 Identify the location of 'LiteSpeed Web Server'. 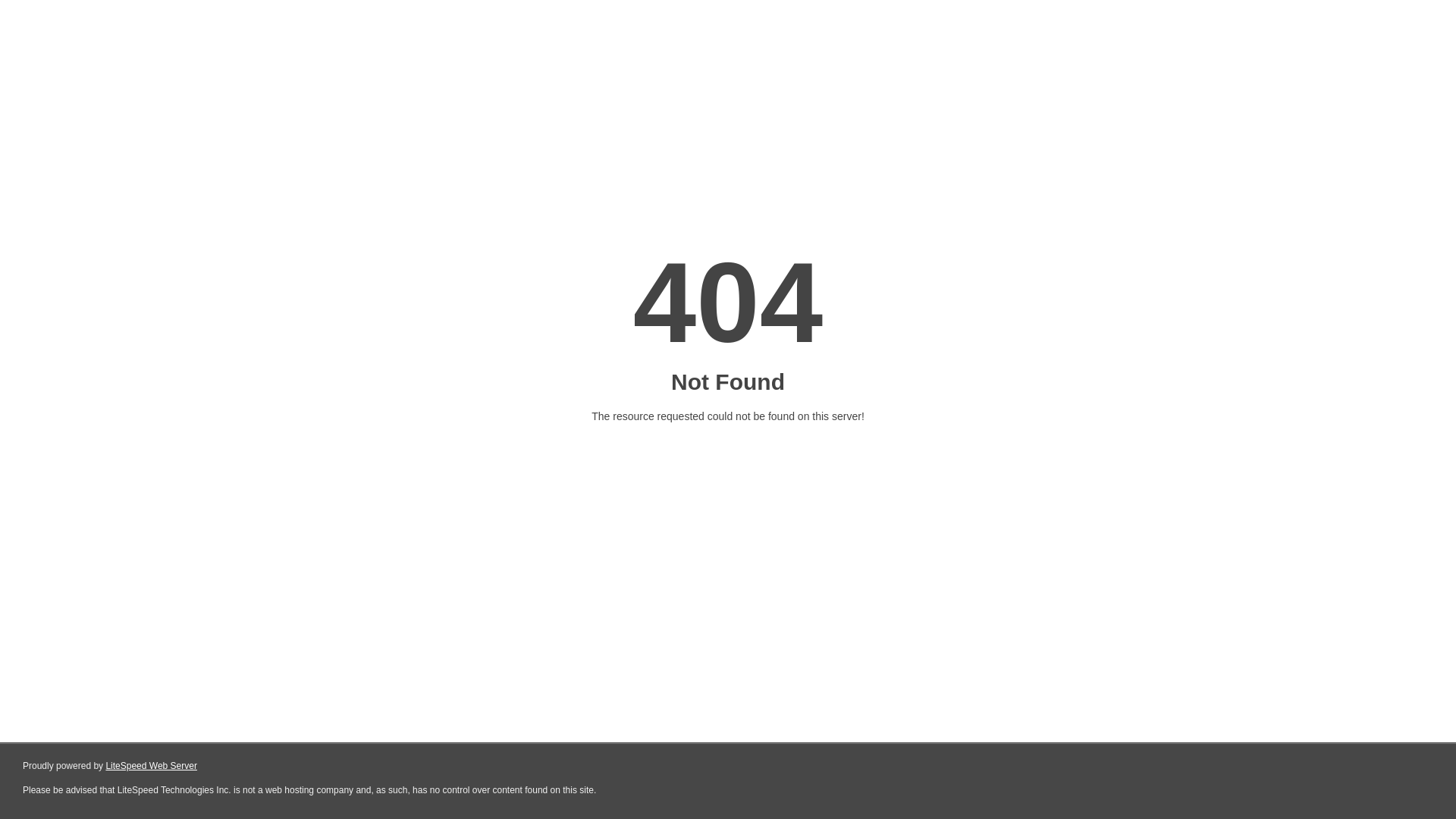
(151, 766).